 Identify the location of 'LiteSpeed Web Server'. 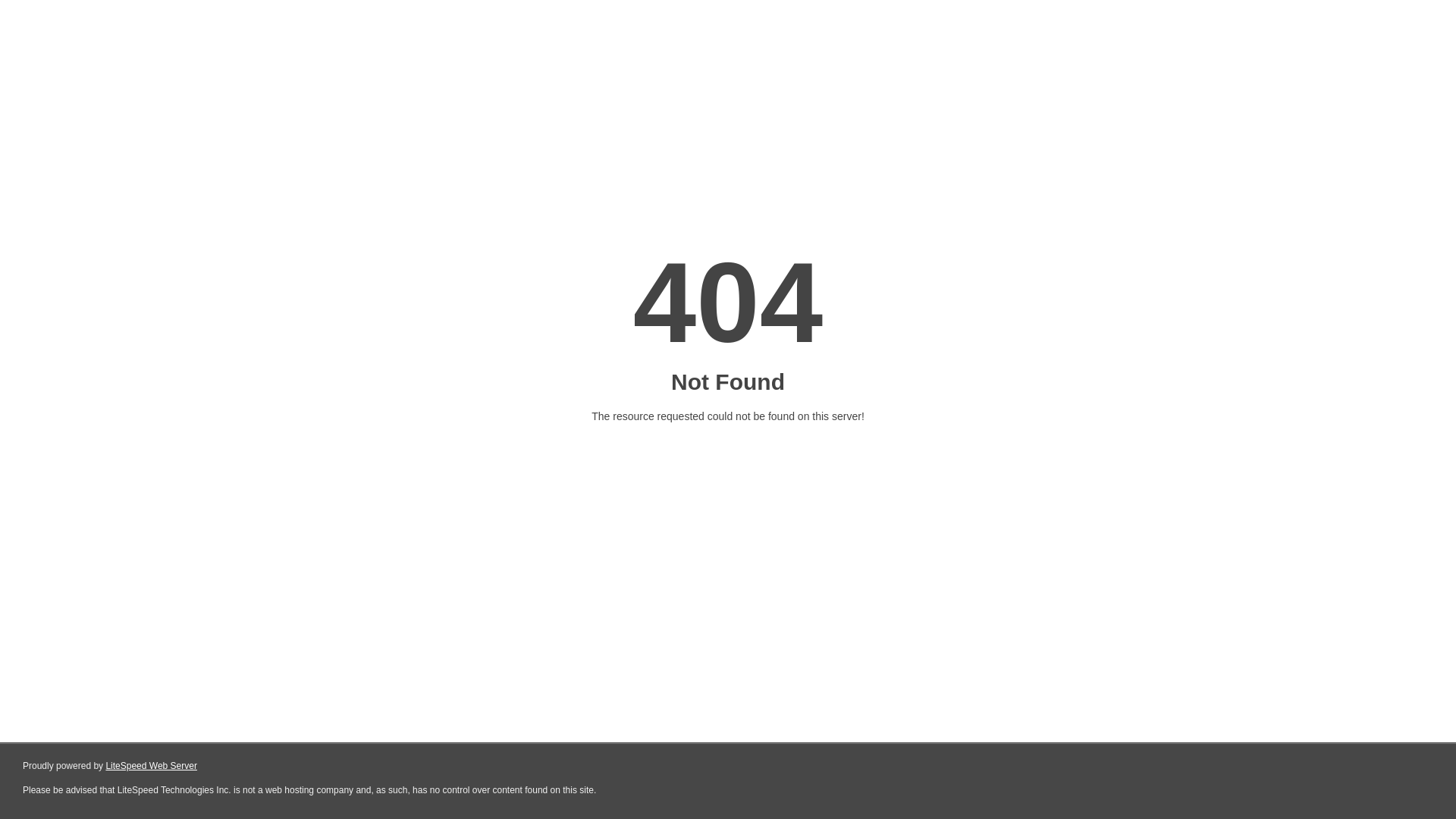
(151, 766).